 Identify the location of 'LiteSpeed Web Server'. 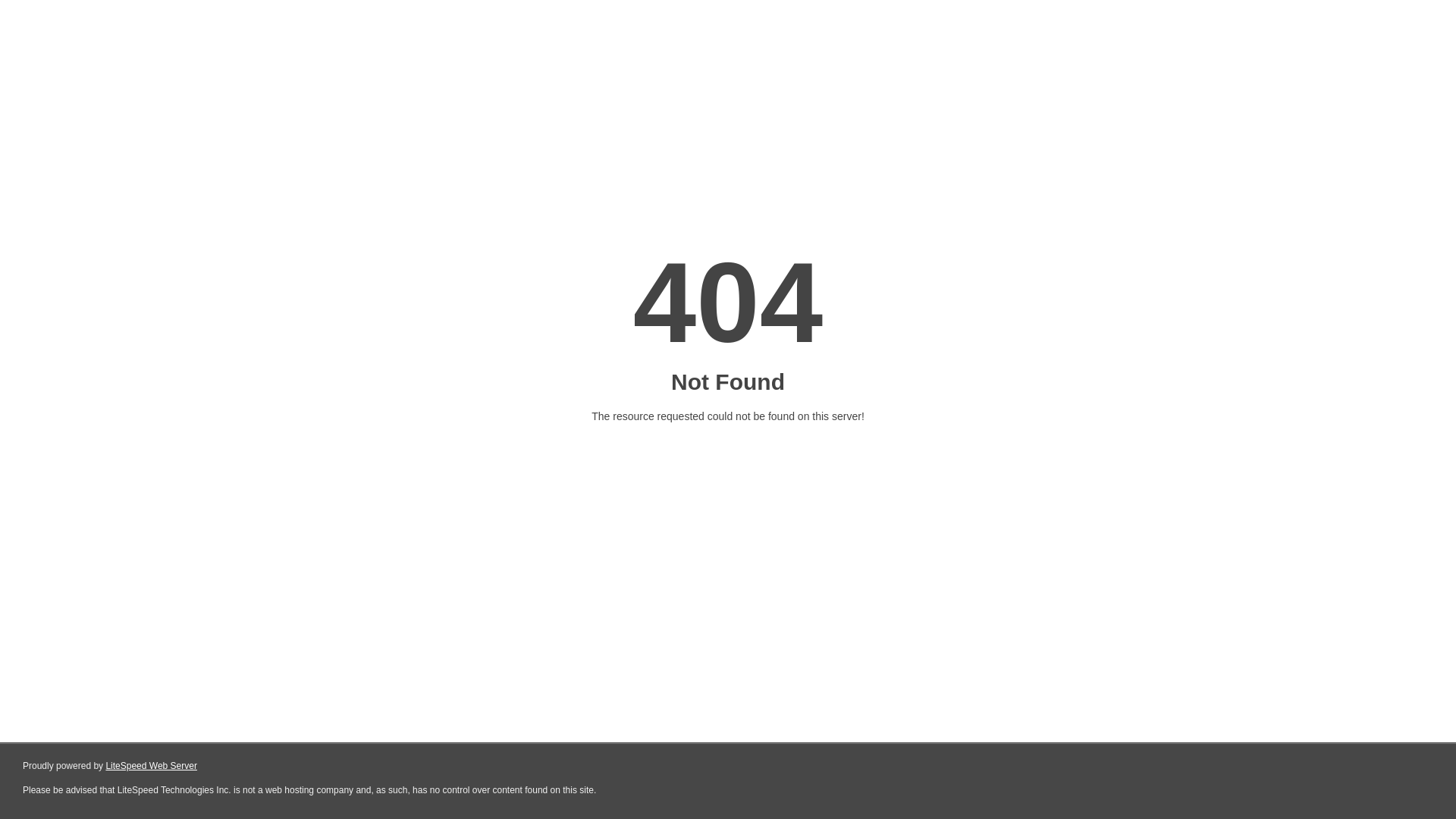
(151, 766).